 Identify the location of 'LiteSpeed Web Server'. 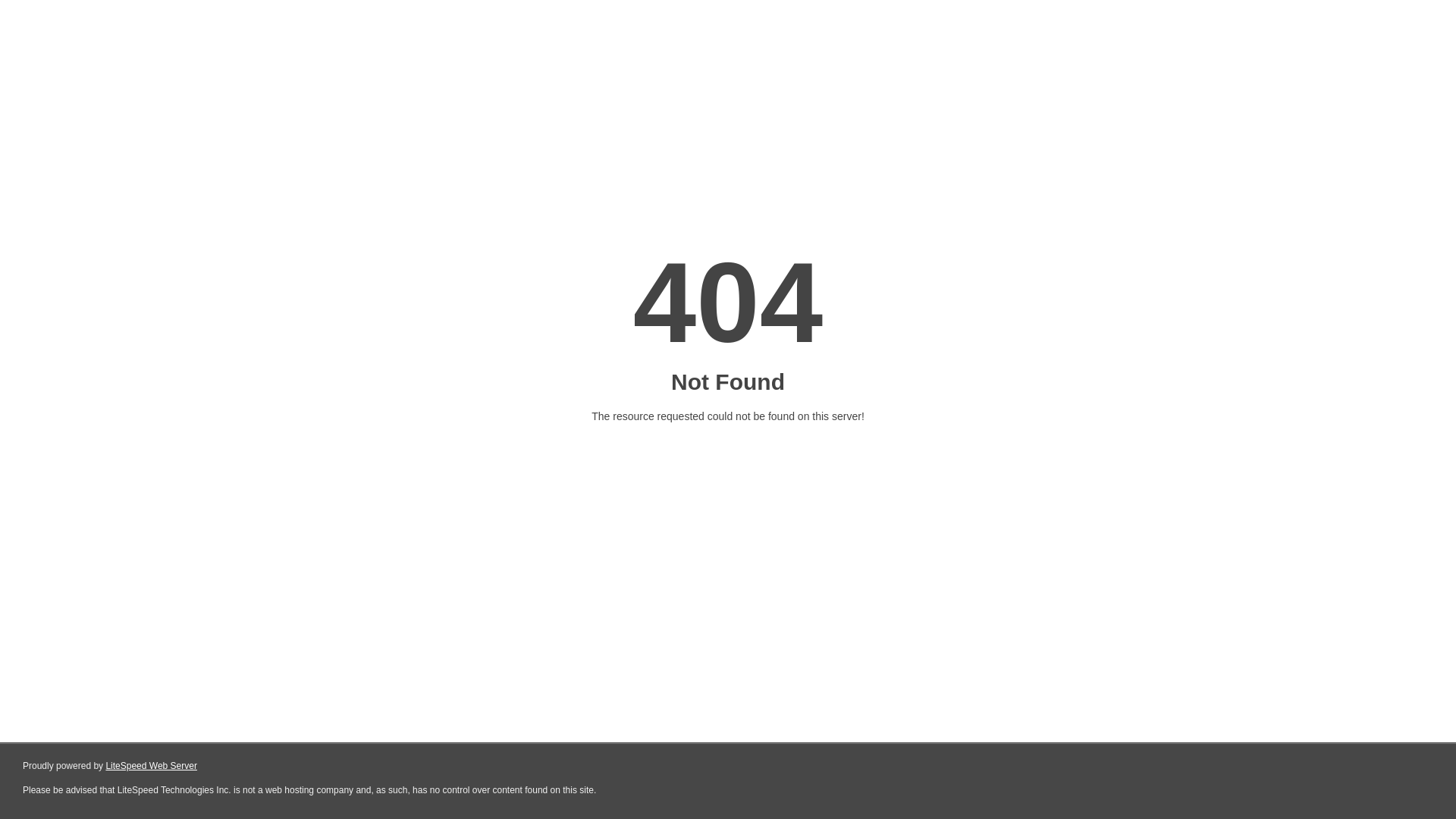
(151, 766).